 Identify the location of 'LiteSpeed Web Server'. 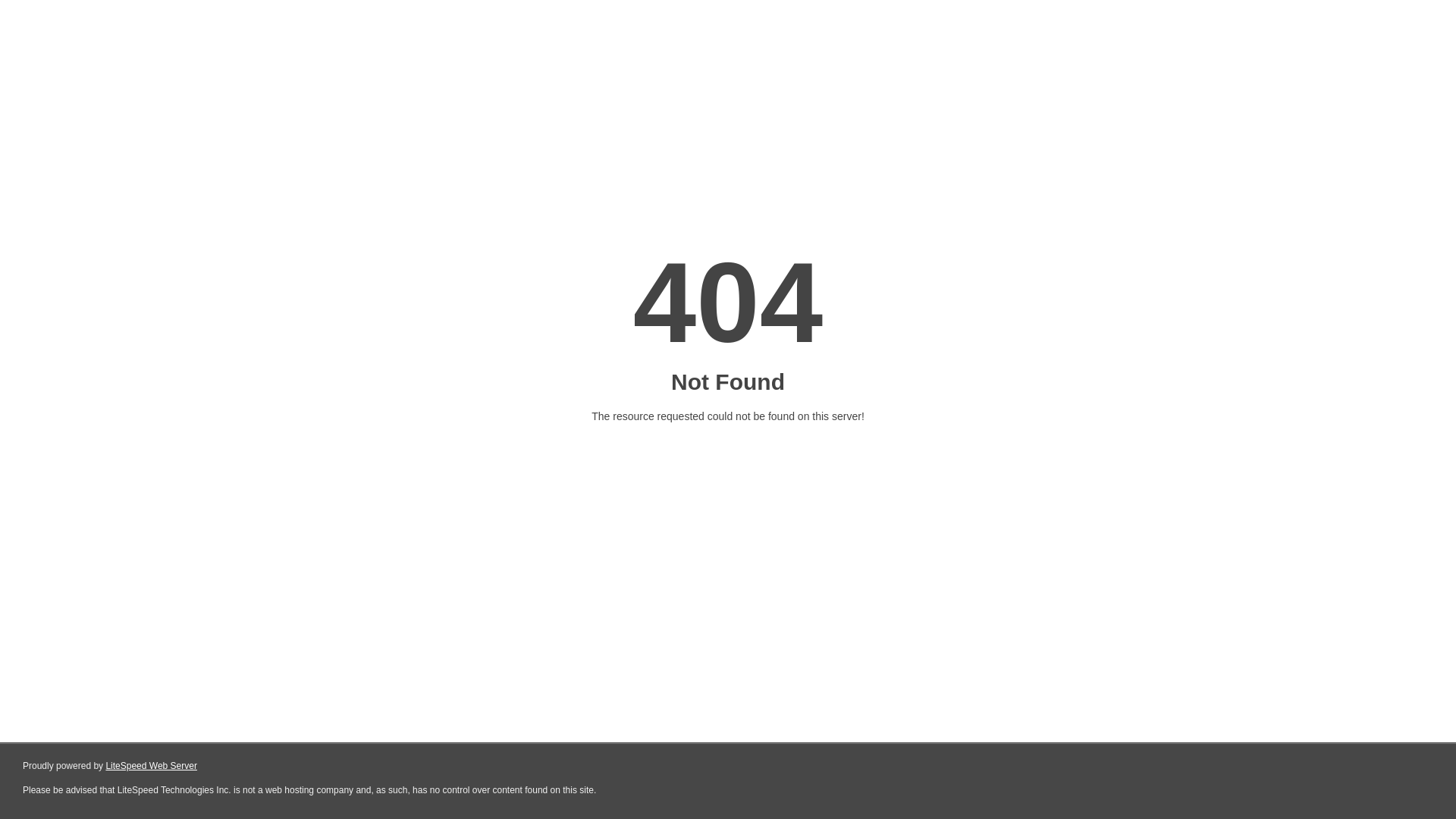
(151, 766).